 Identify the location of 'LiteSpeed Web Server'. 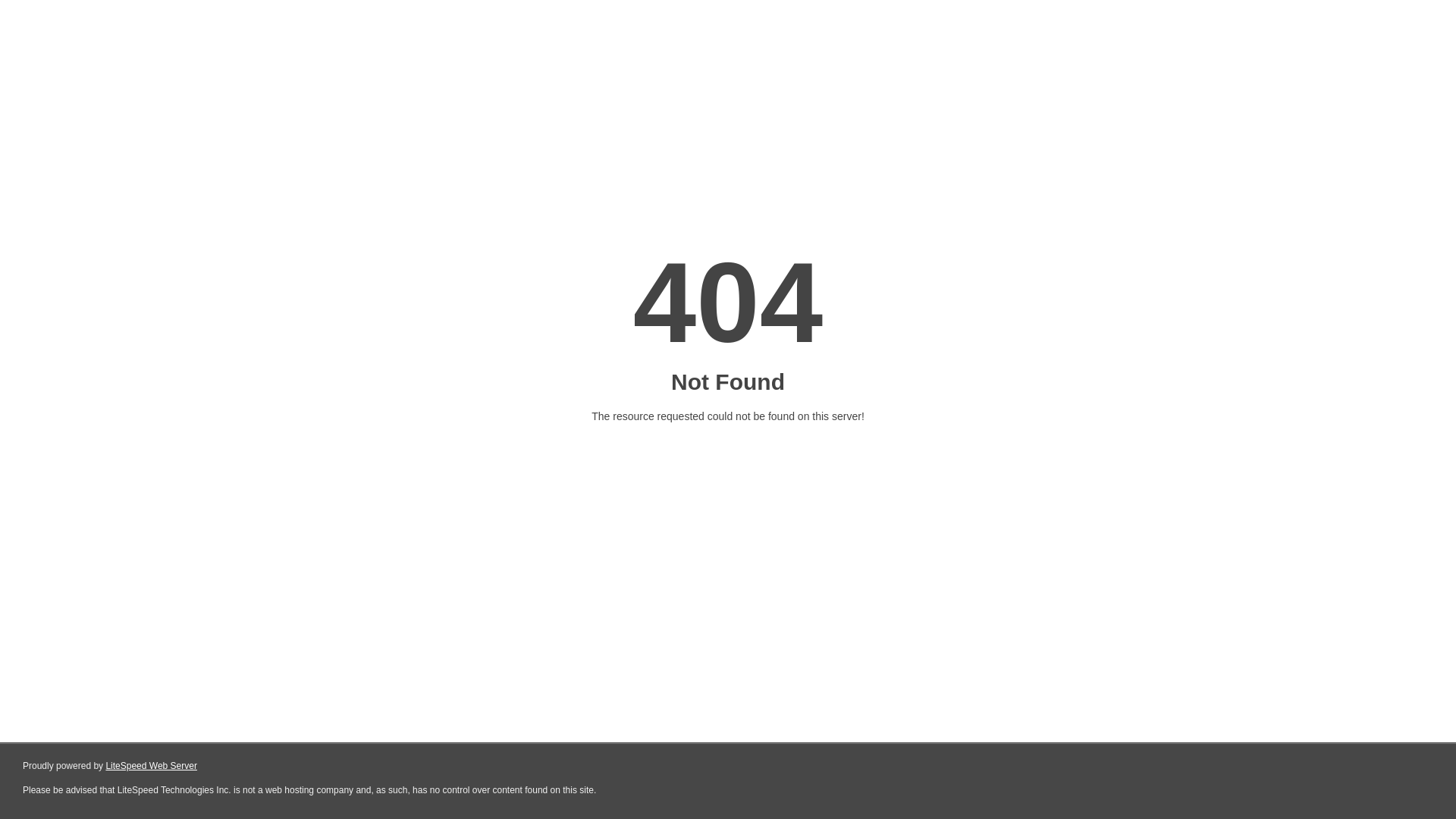
(151, 766).